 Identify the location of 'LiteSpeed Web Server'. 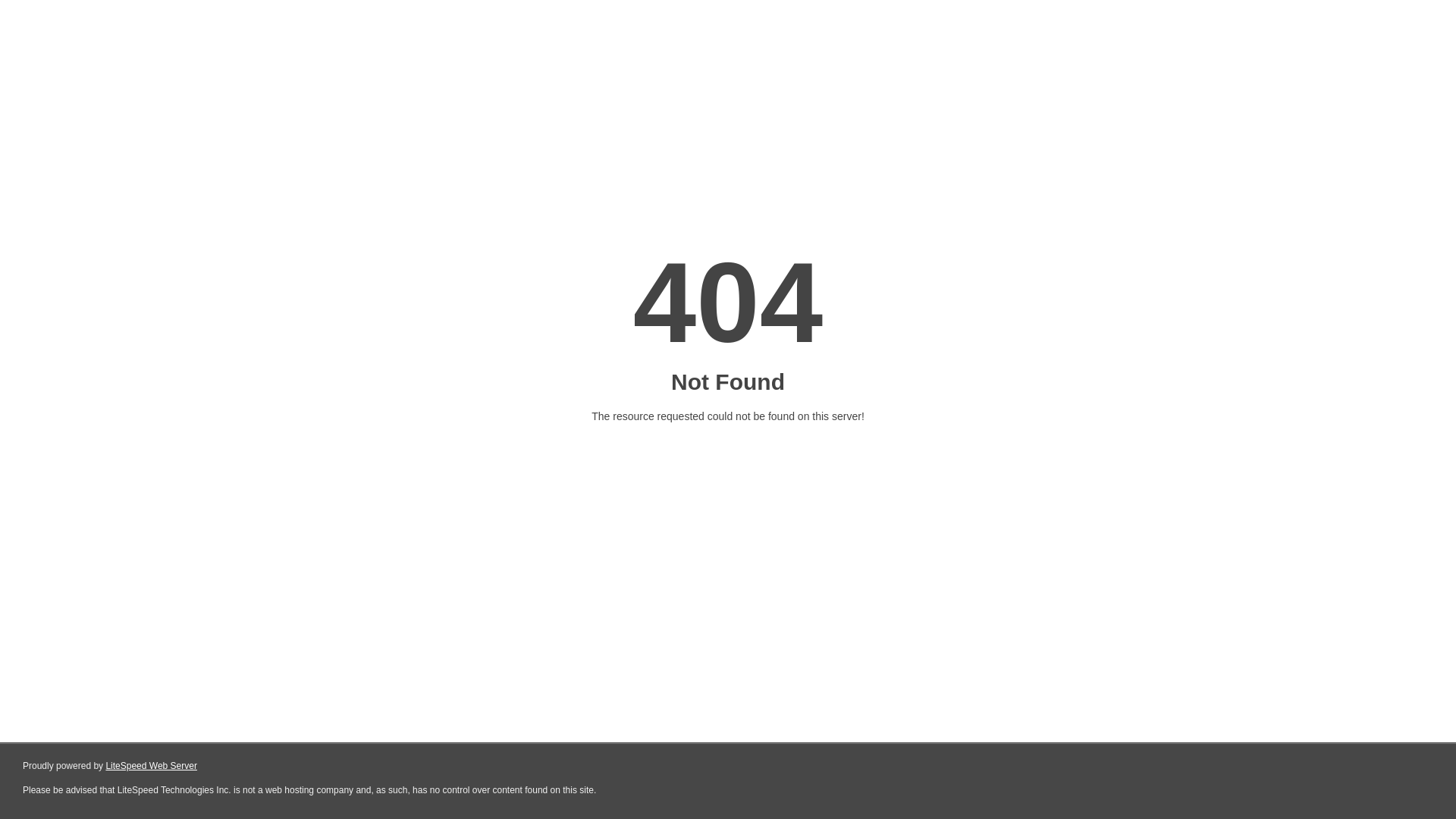
(151, 766).